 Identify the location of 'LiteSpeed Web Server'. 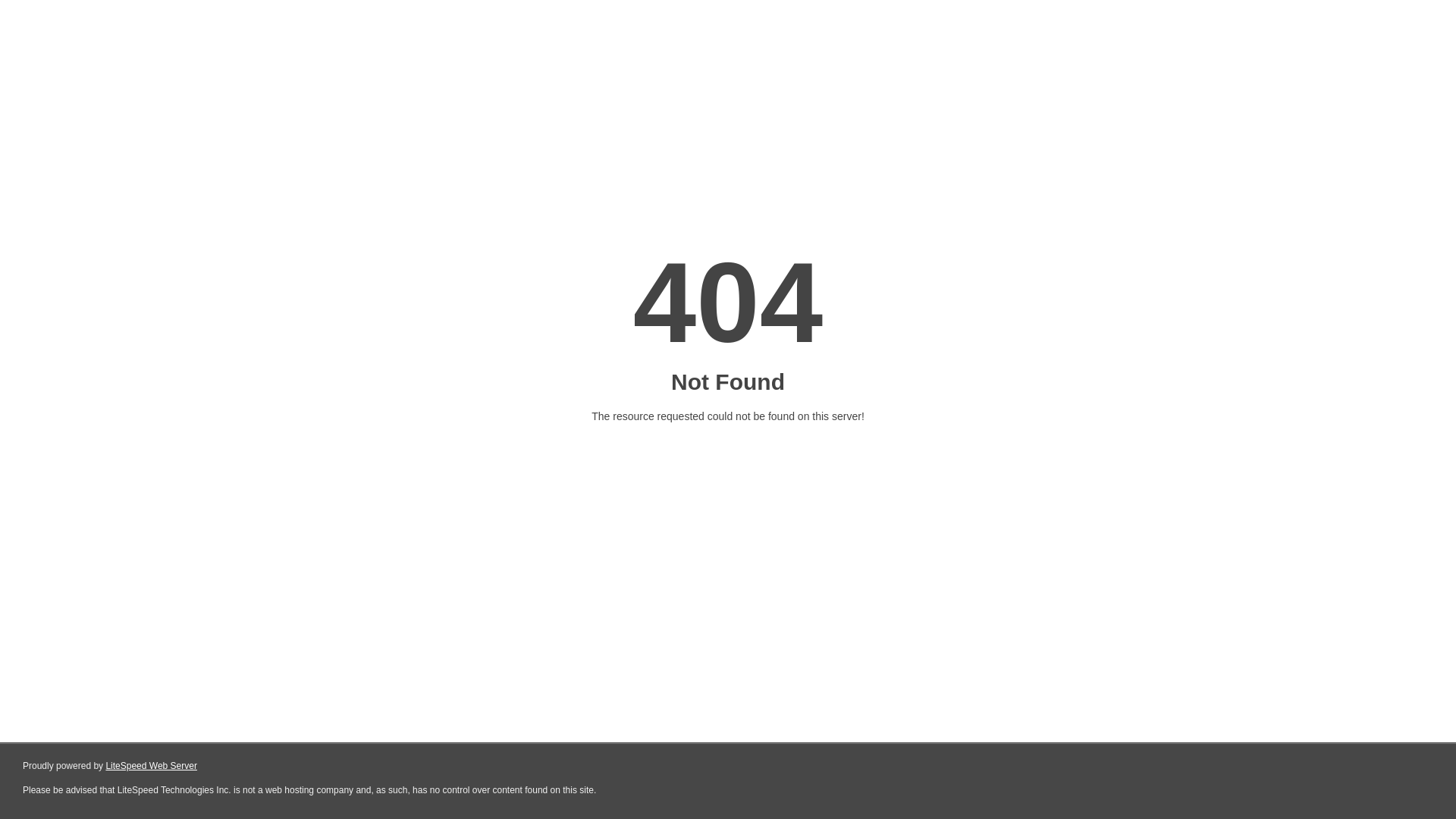
(151, 766).